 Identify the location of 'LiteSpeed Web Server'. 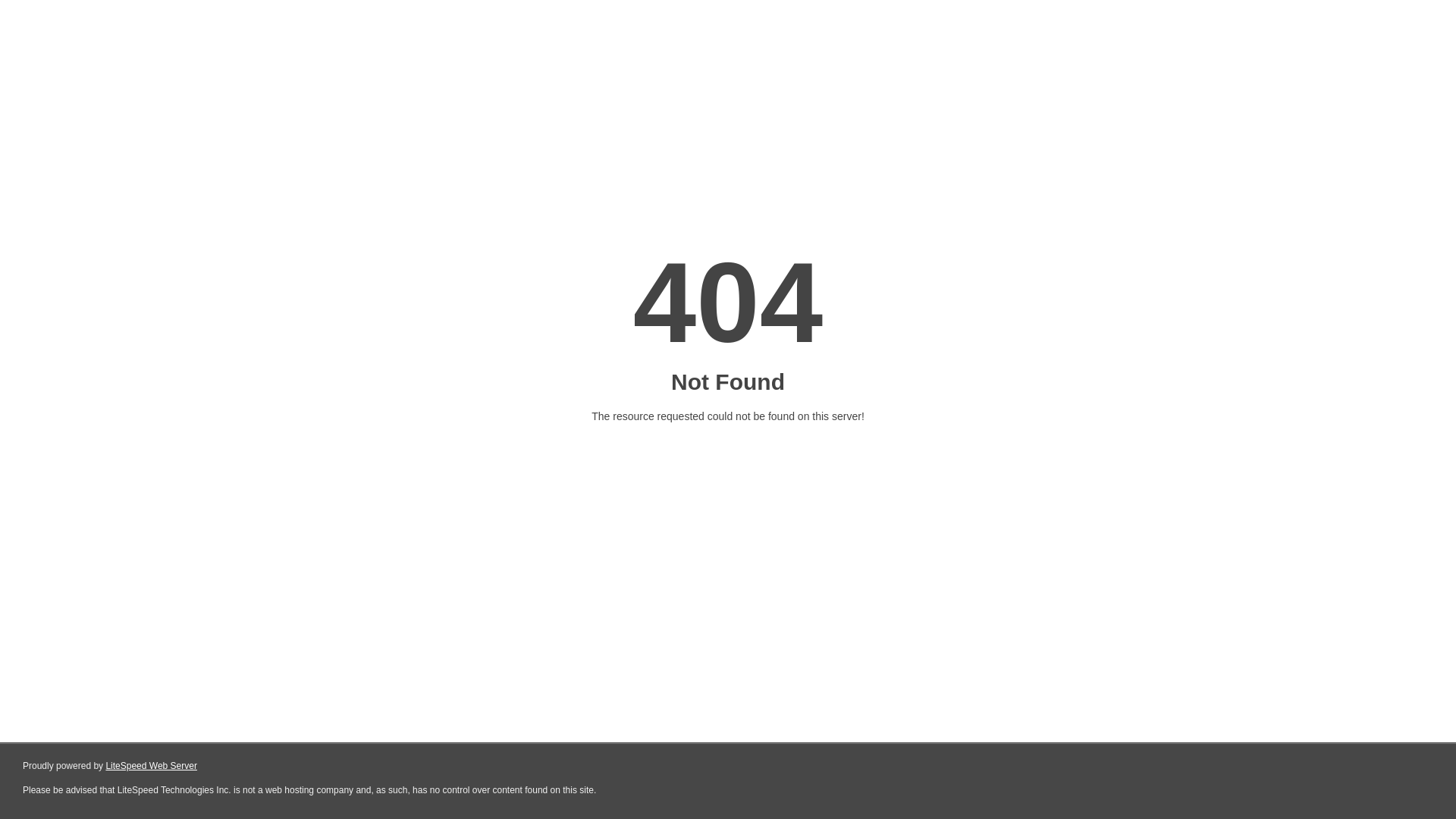
(151, 766).